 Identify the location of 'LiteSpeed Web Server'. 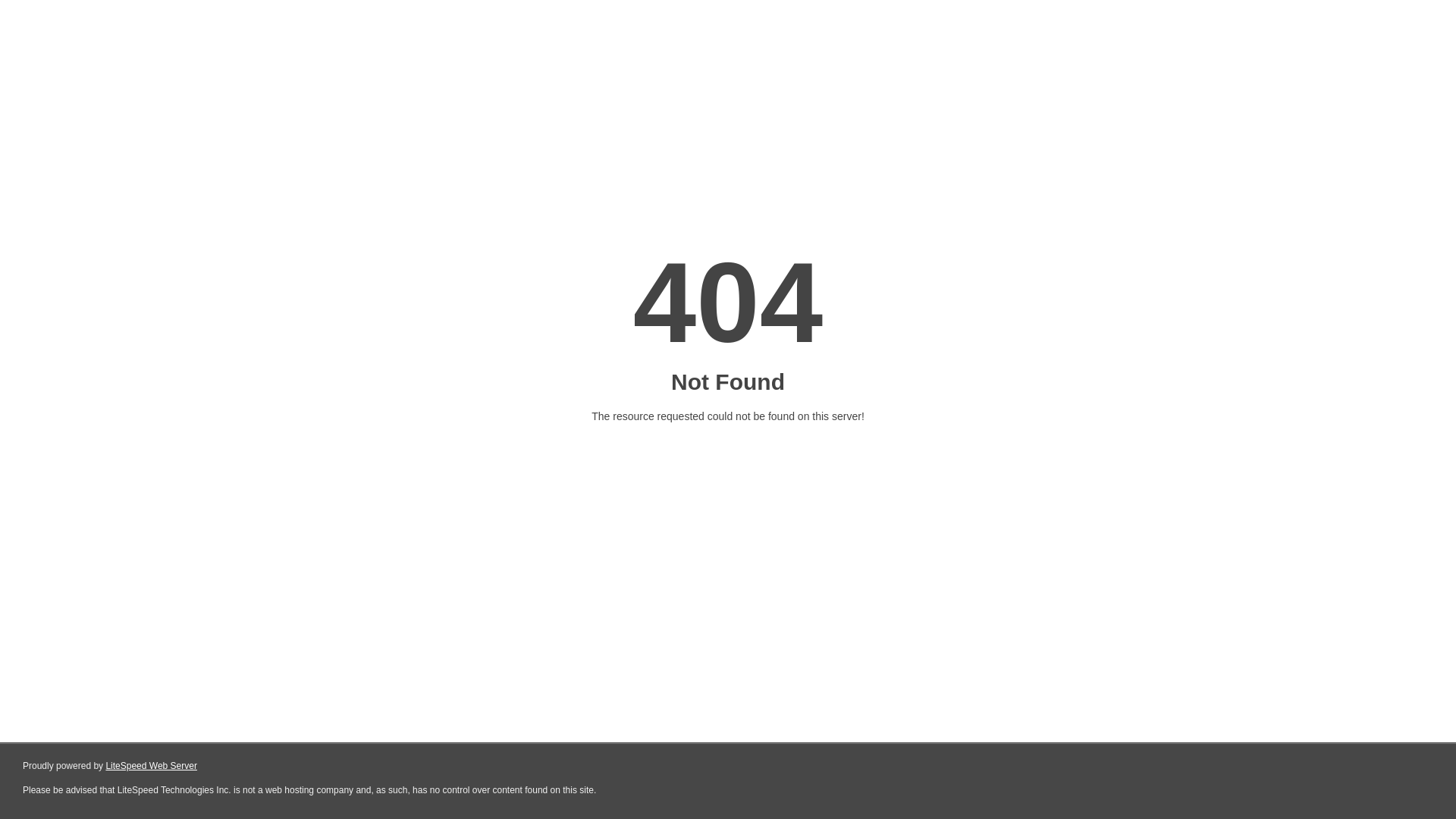
(151, 766).